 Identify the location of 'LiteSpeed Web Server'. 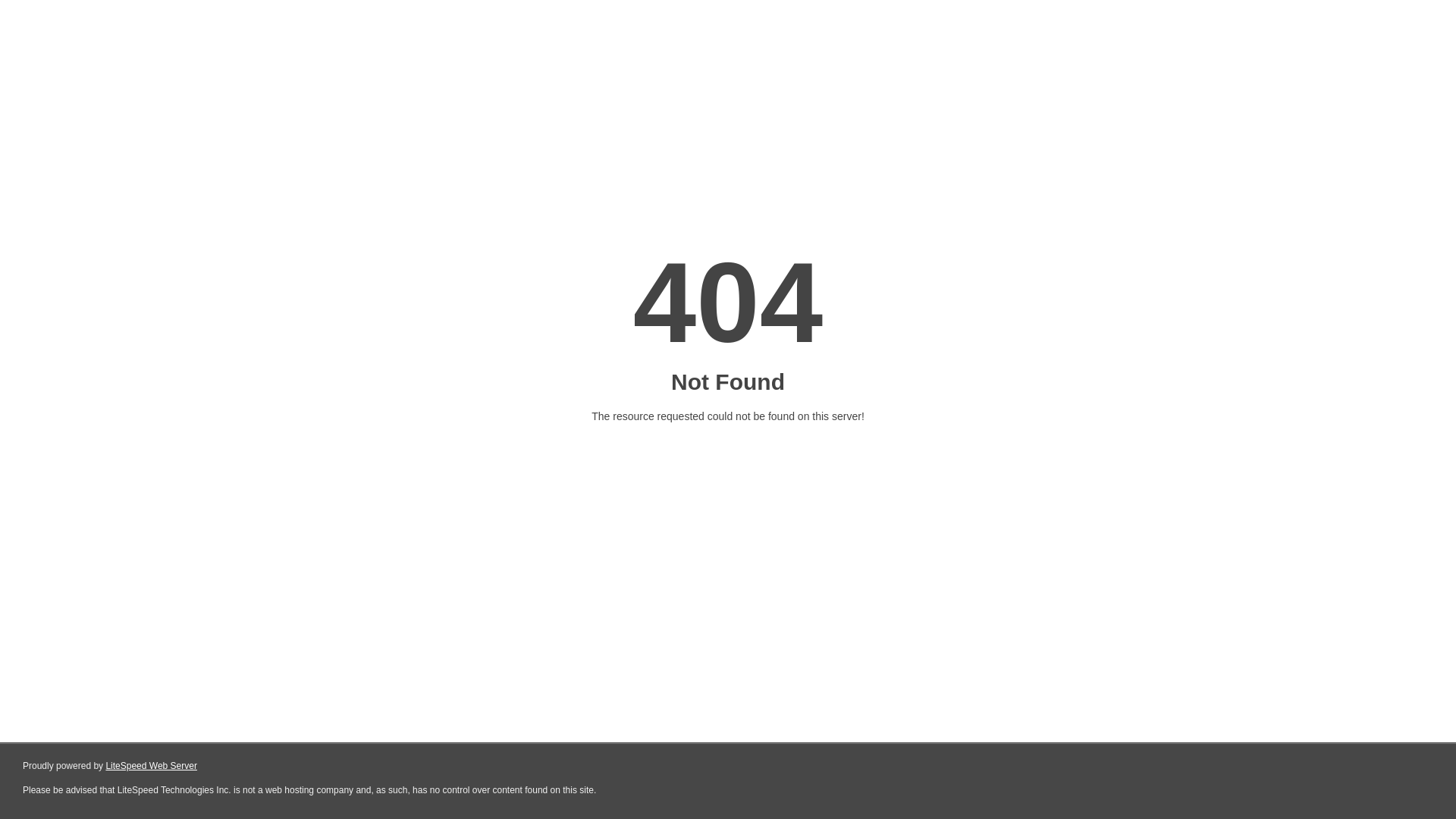
(151, 766).